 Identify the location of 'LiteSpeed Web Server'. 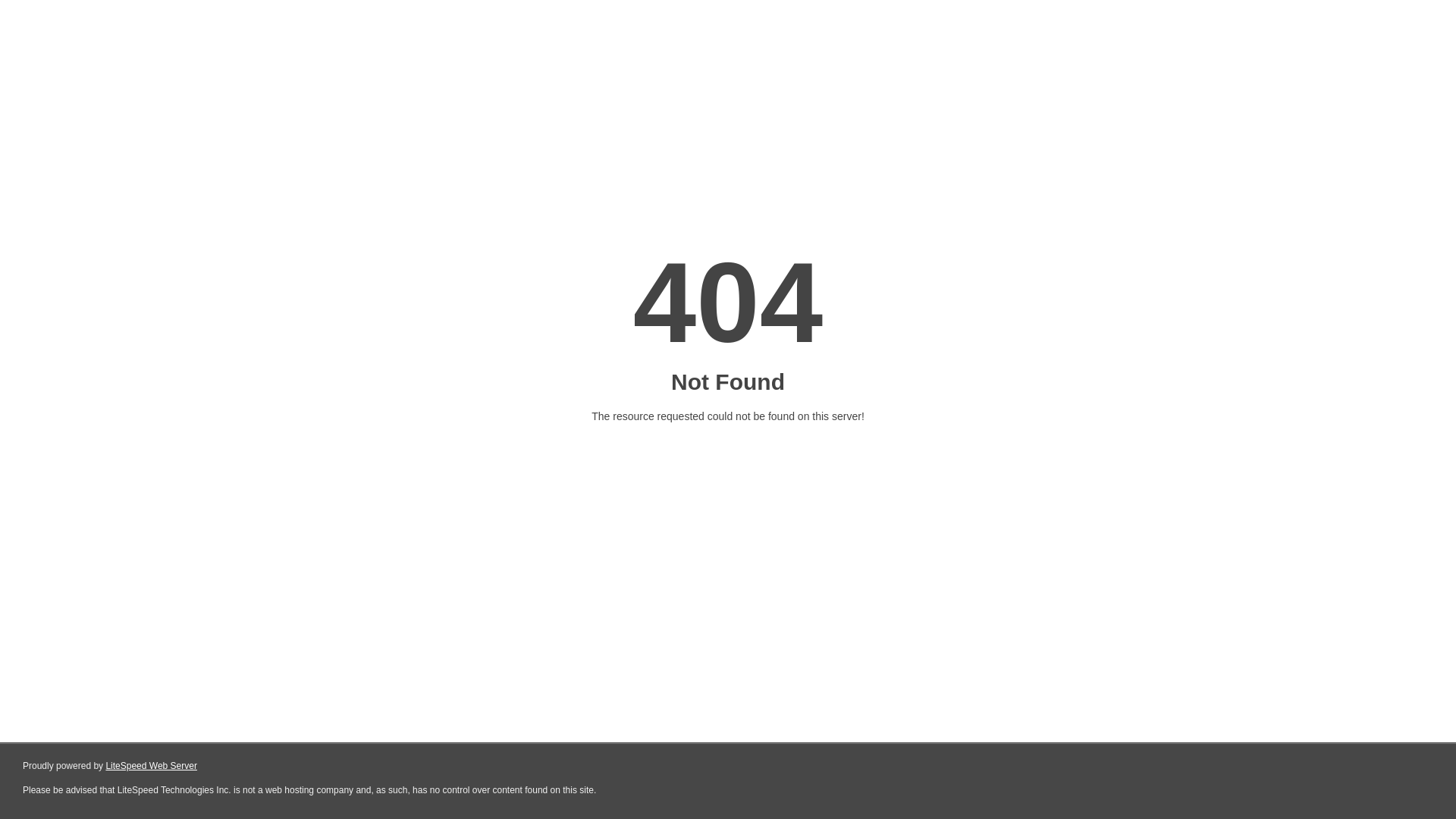
(151, 766).